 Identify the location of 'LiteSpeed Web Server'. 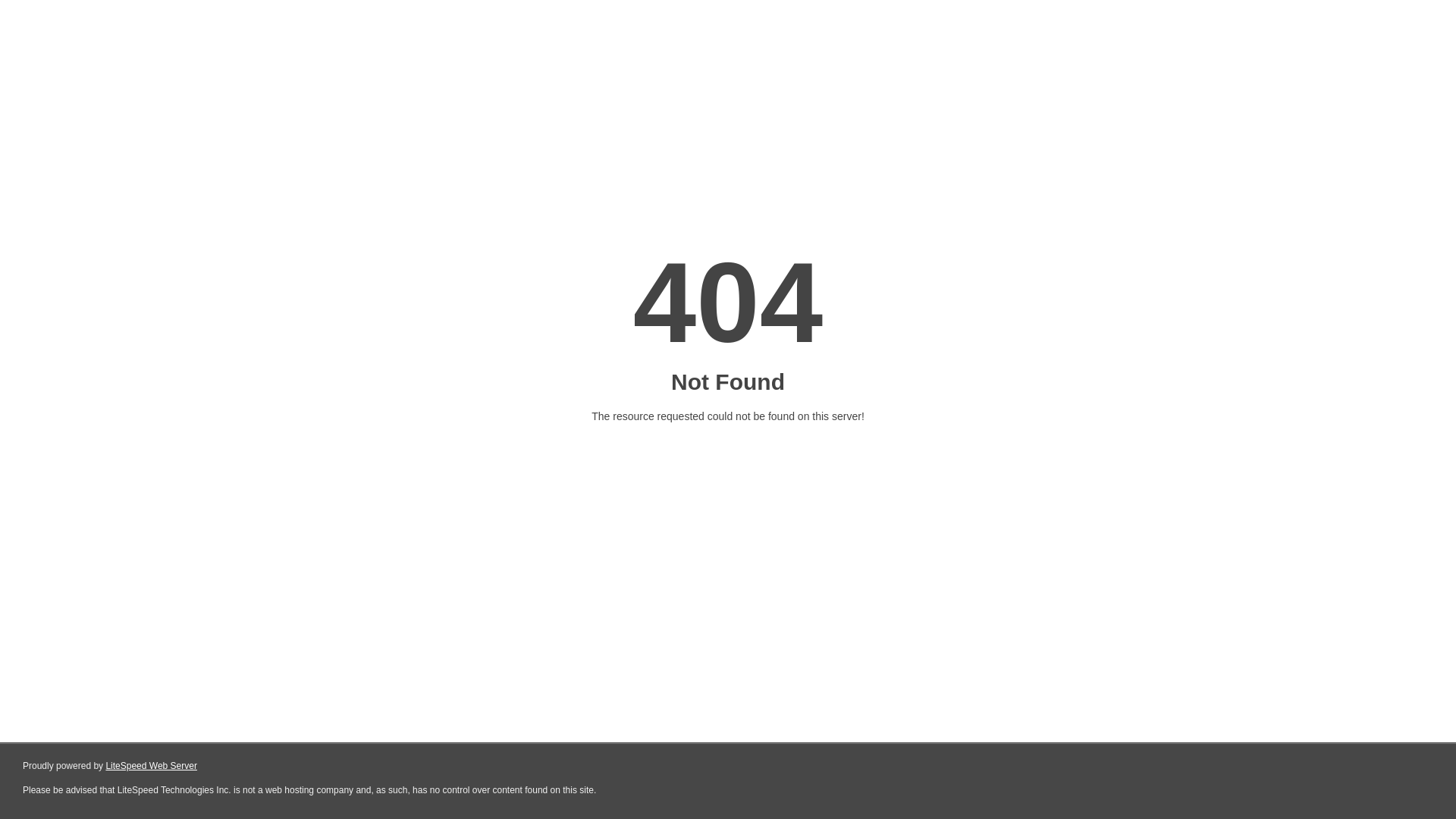
(151, 766).